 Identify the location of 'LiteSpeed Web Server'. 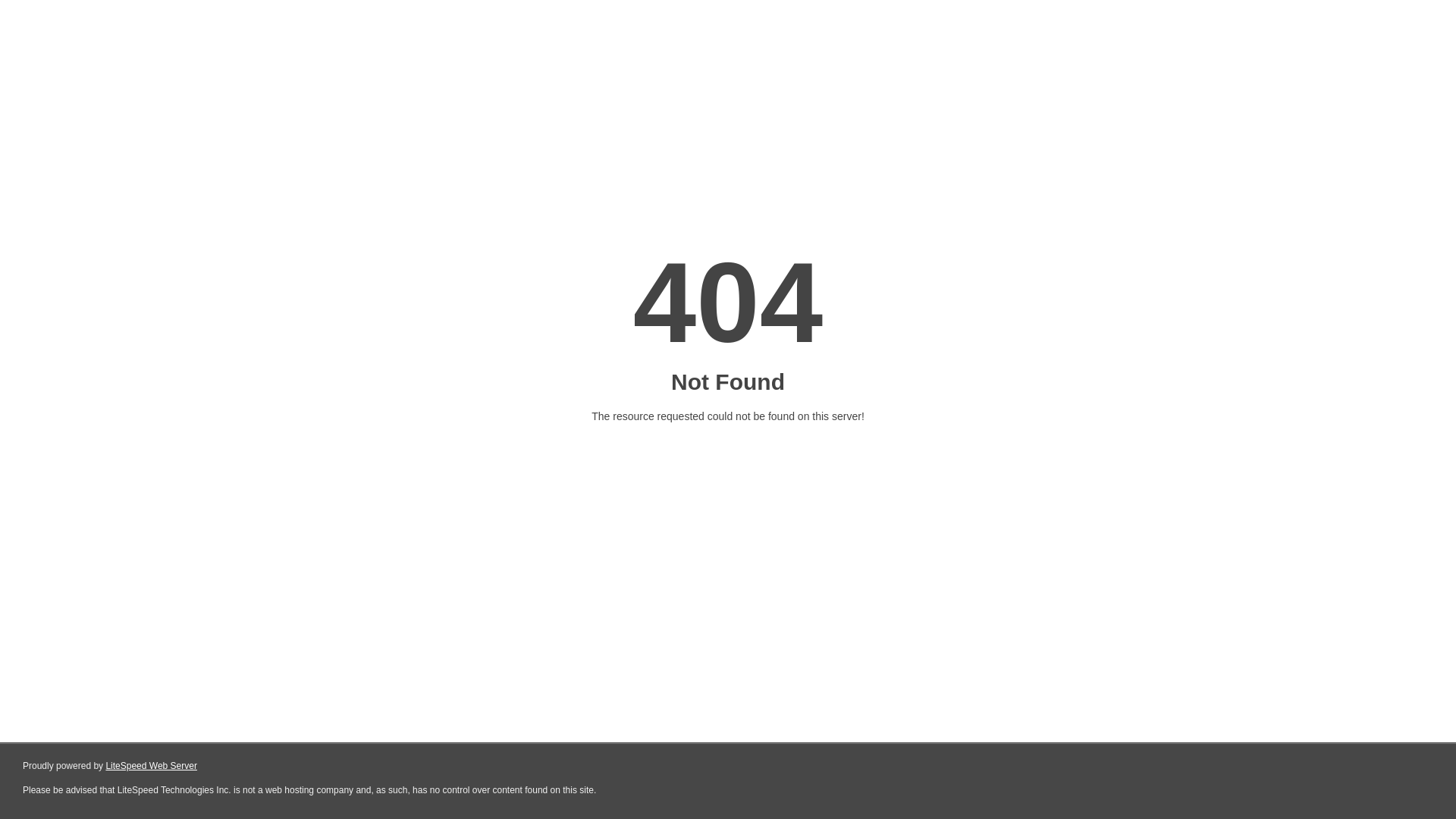
(151, 766).